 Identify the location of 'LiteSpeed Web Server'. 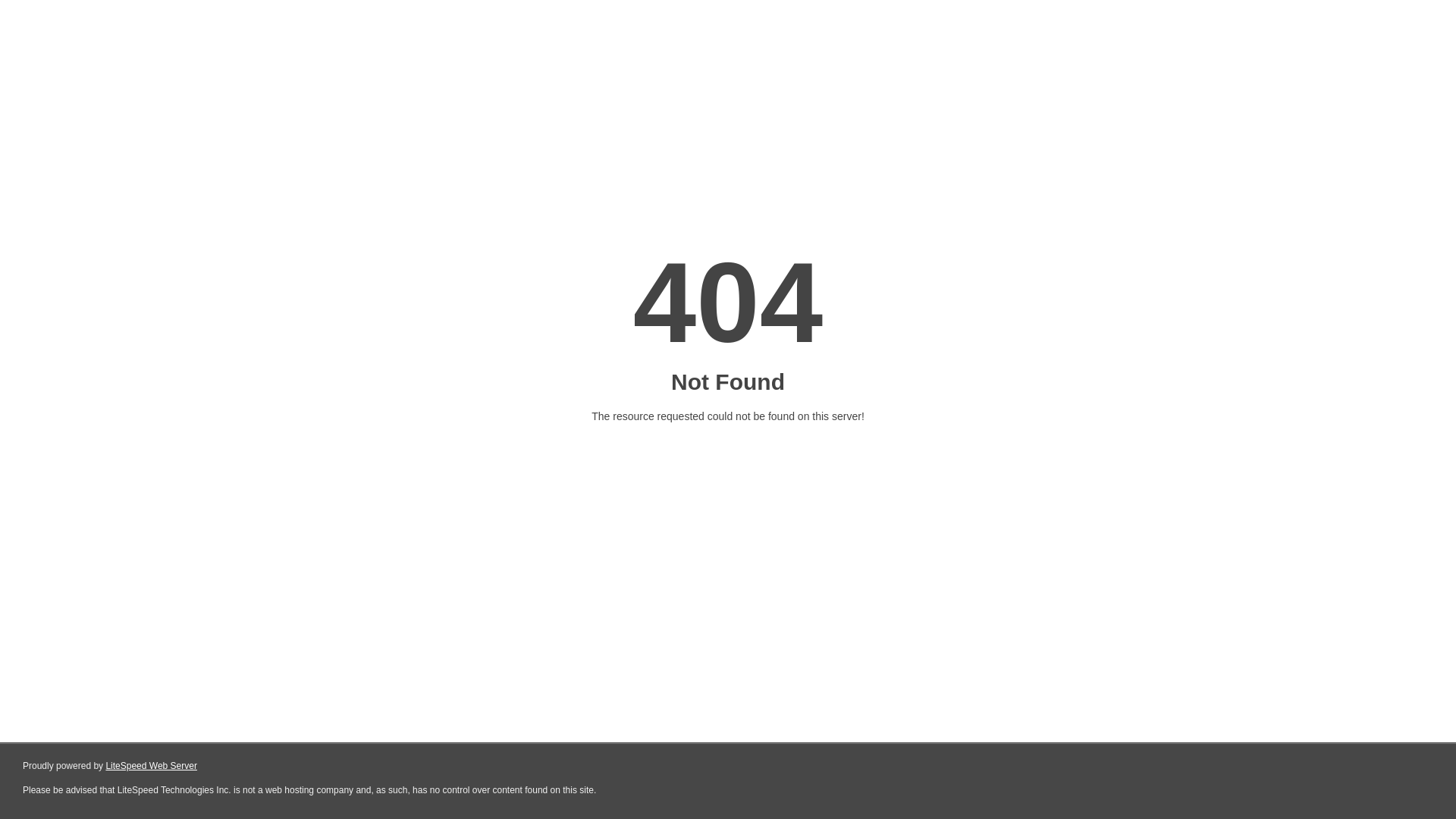
(151, 766).